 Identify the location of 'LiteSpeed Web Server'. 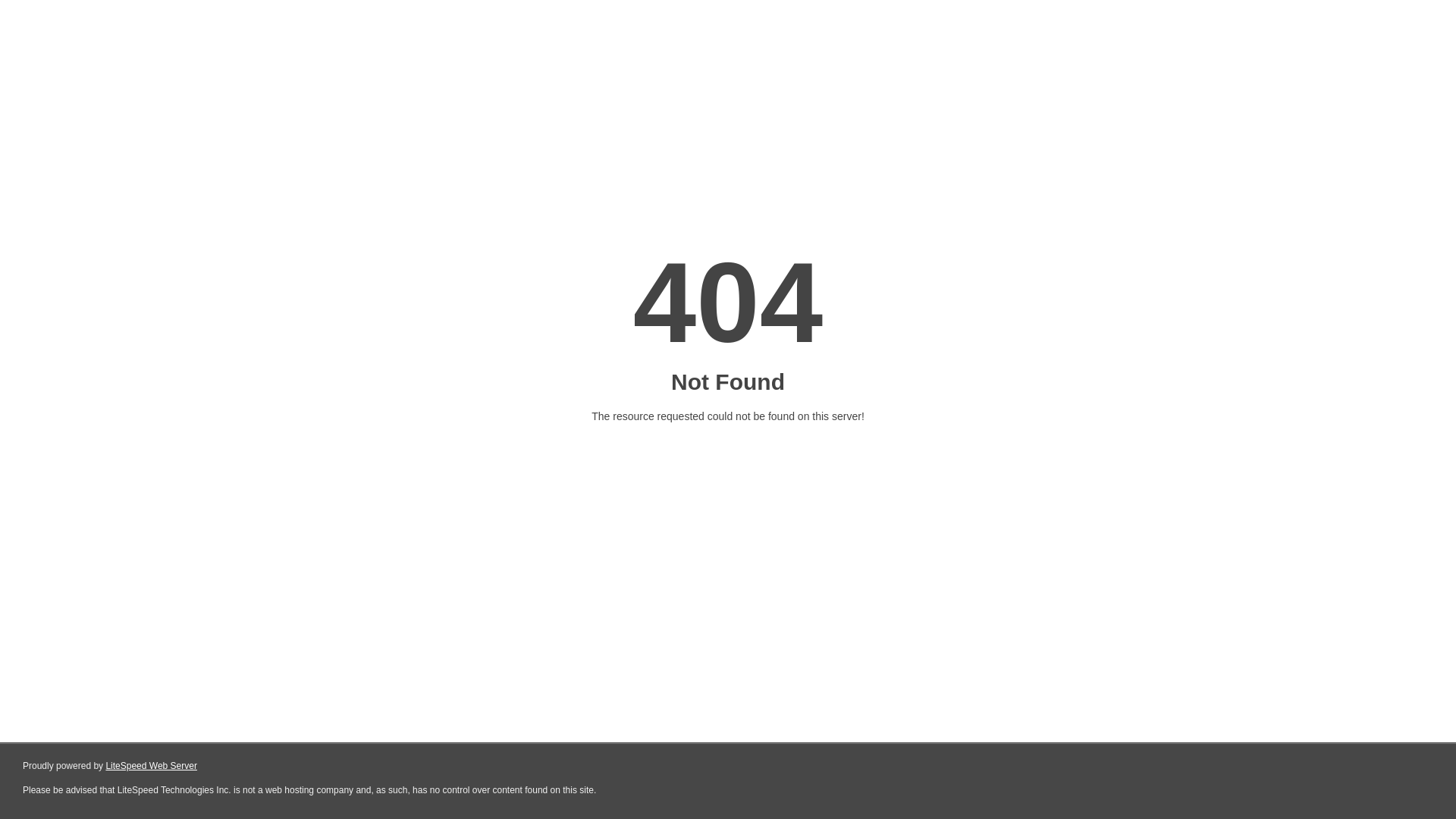
(151, 766).